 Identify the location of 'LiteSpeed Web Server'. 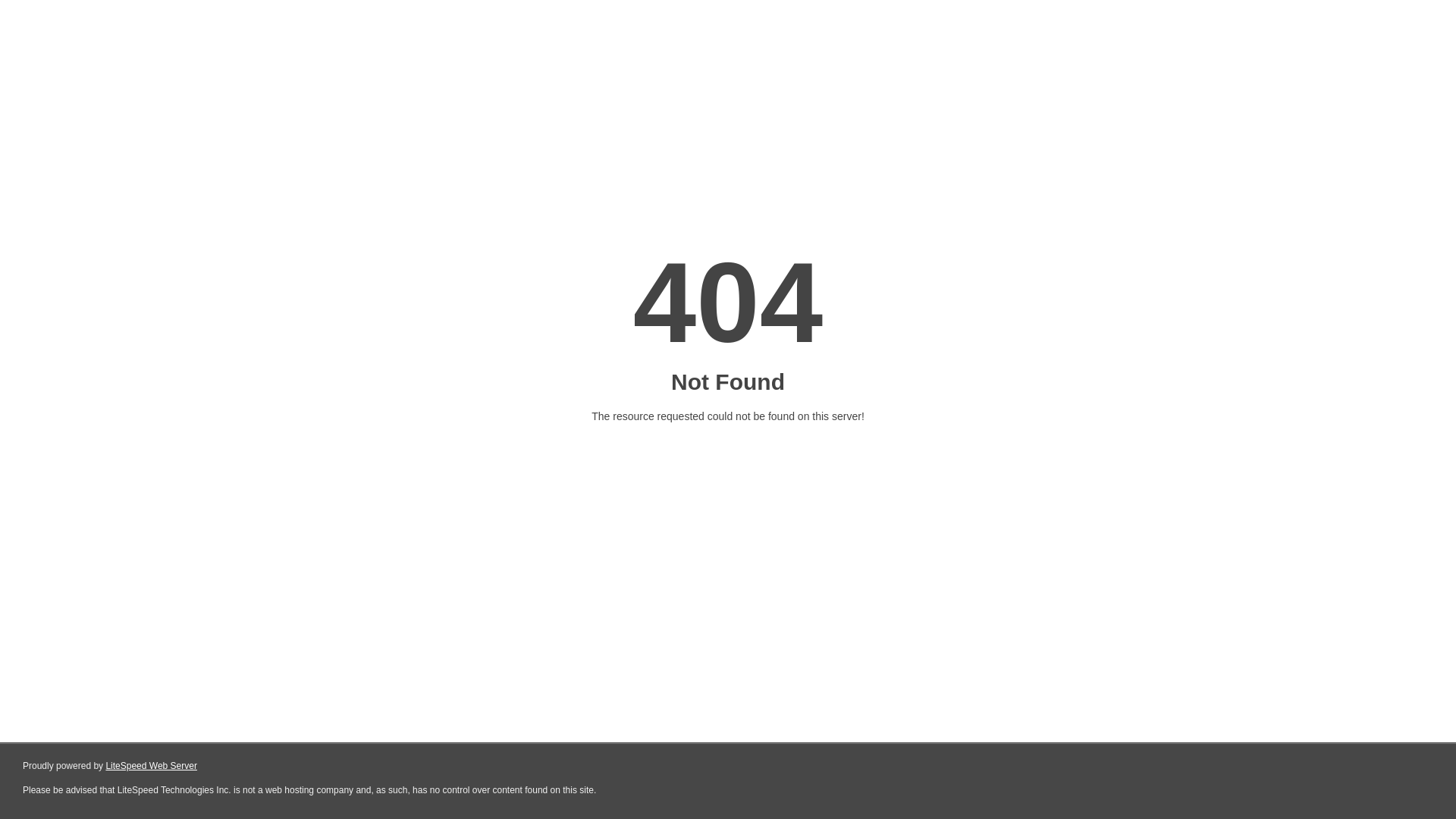
(151, 766).